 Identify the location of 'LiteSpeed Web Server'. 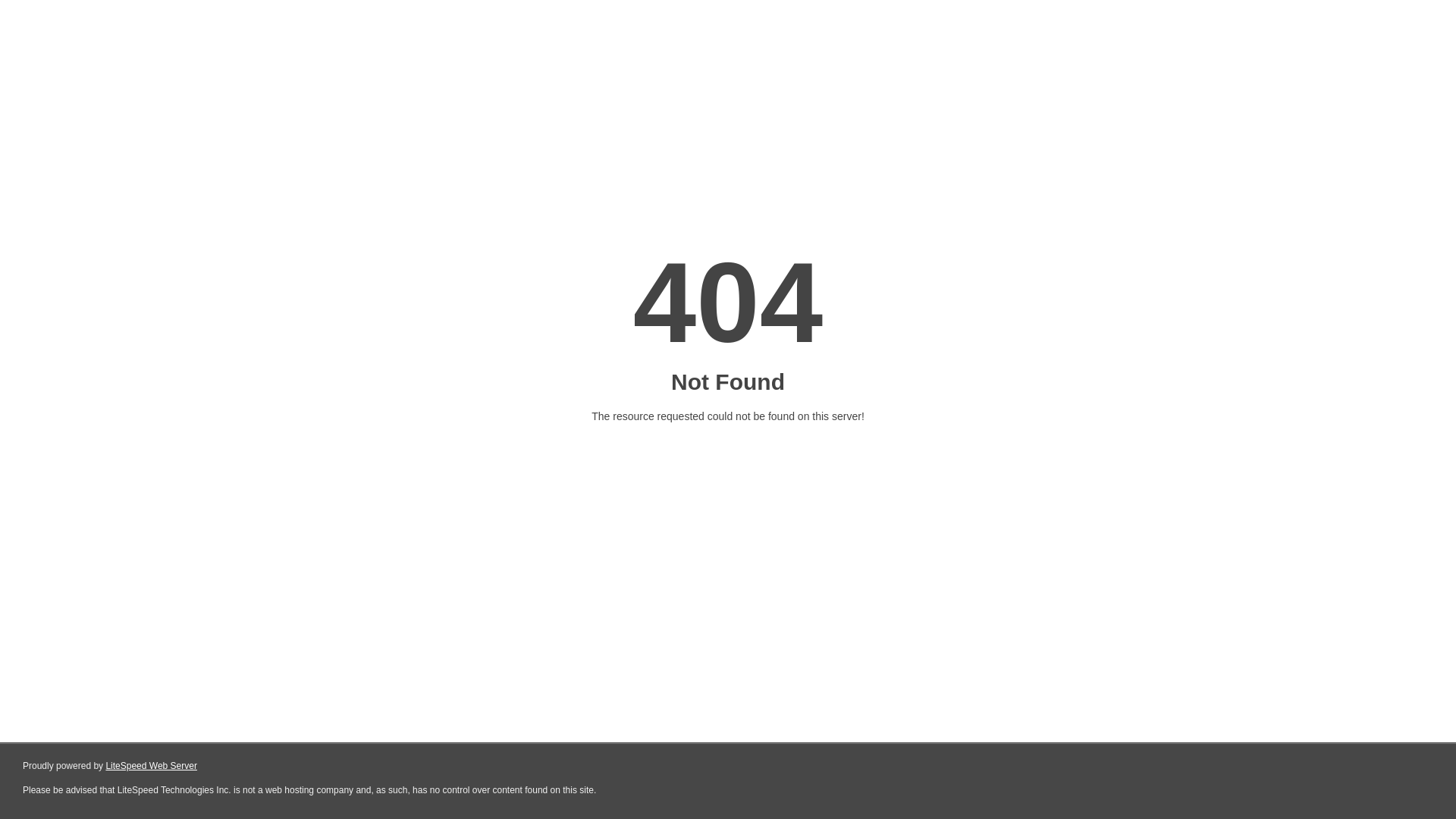
(151, 766).